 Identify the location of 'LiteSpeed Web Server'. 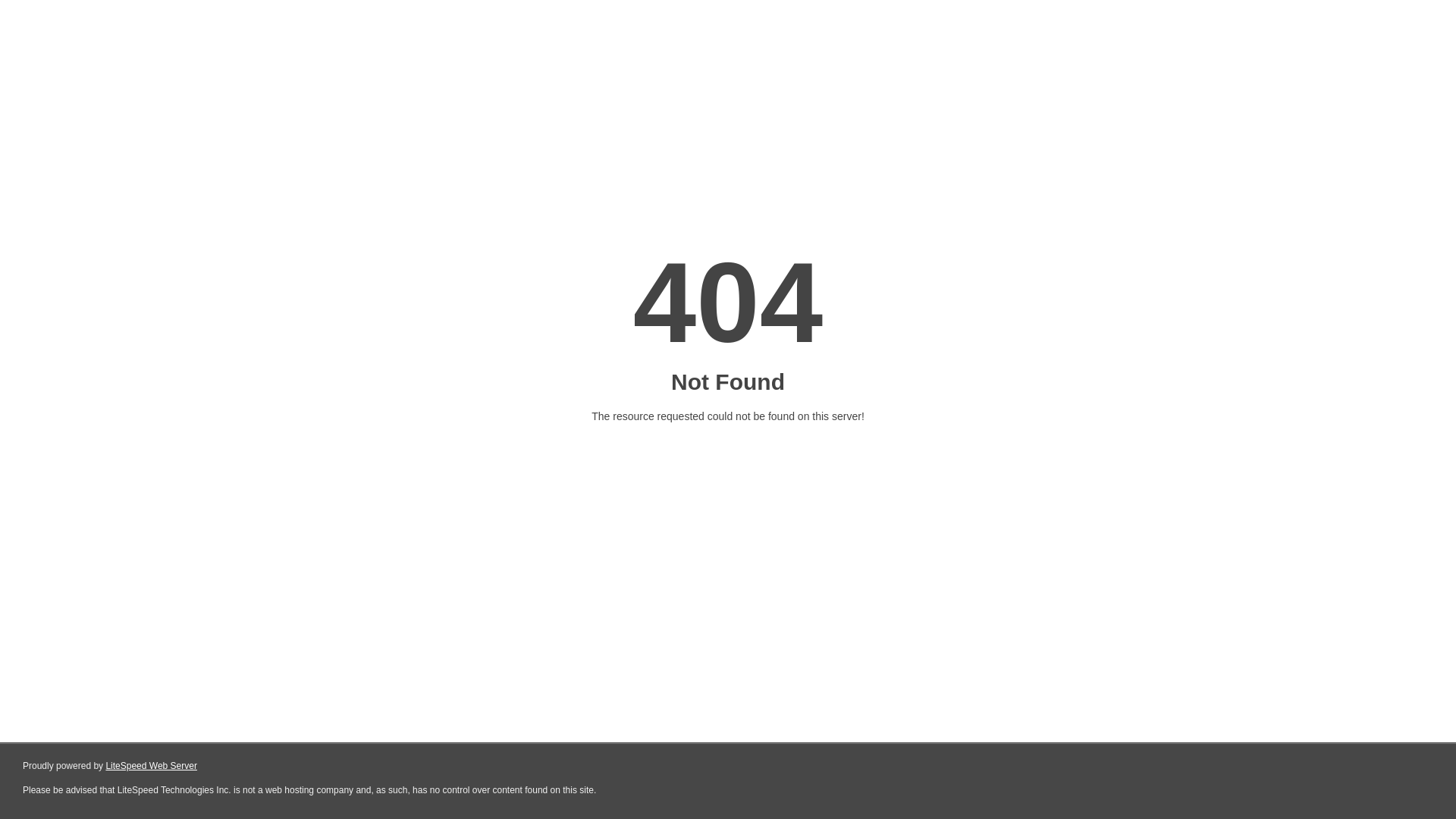
(151, 766).